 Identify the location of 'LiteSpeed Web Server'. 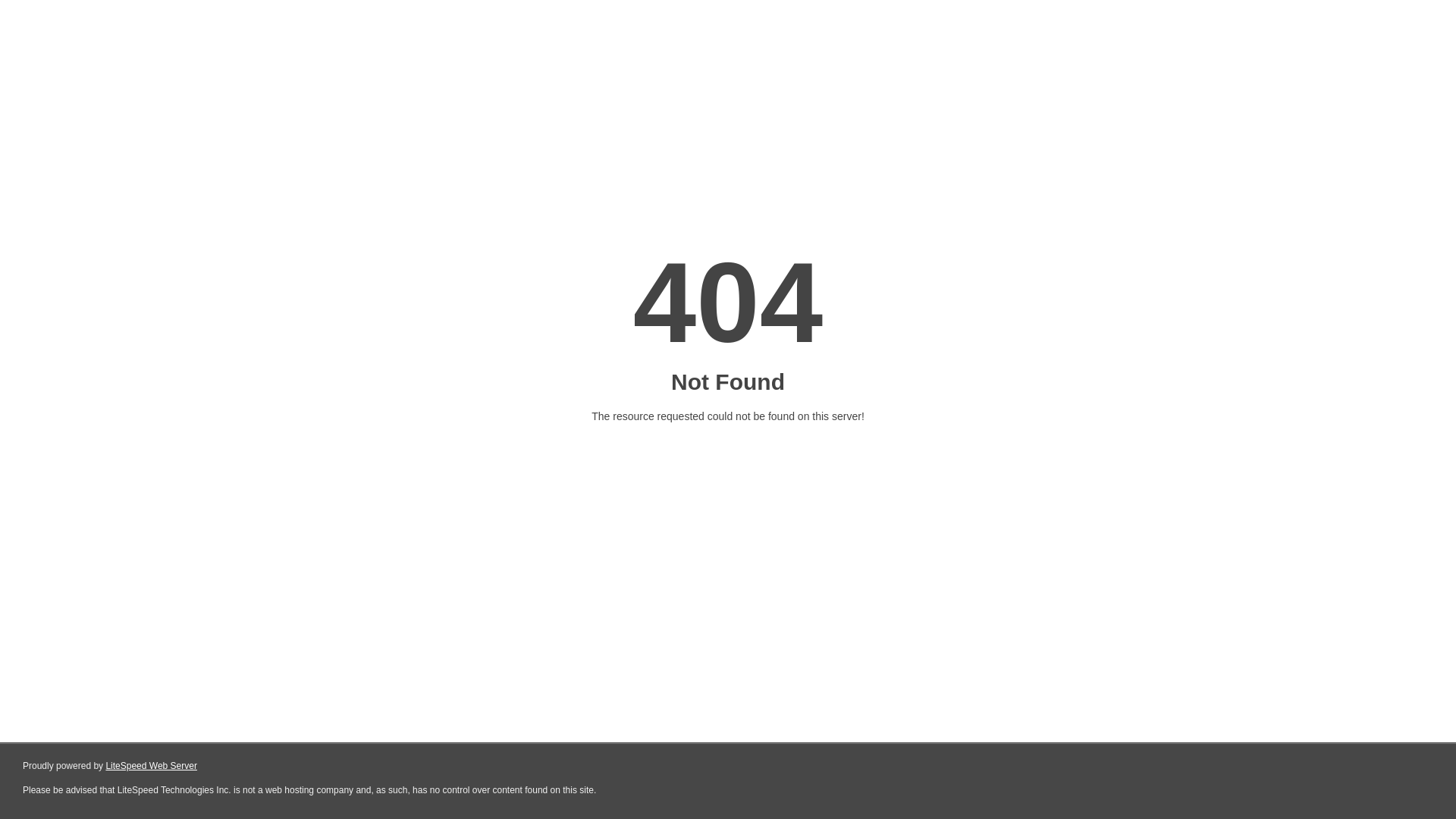
(151, 766).